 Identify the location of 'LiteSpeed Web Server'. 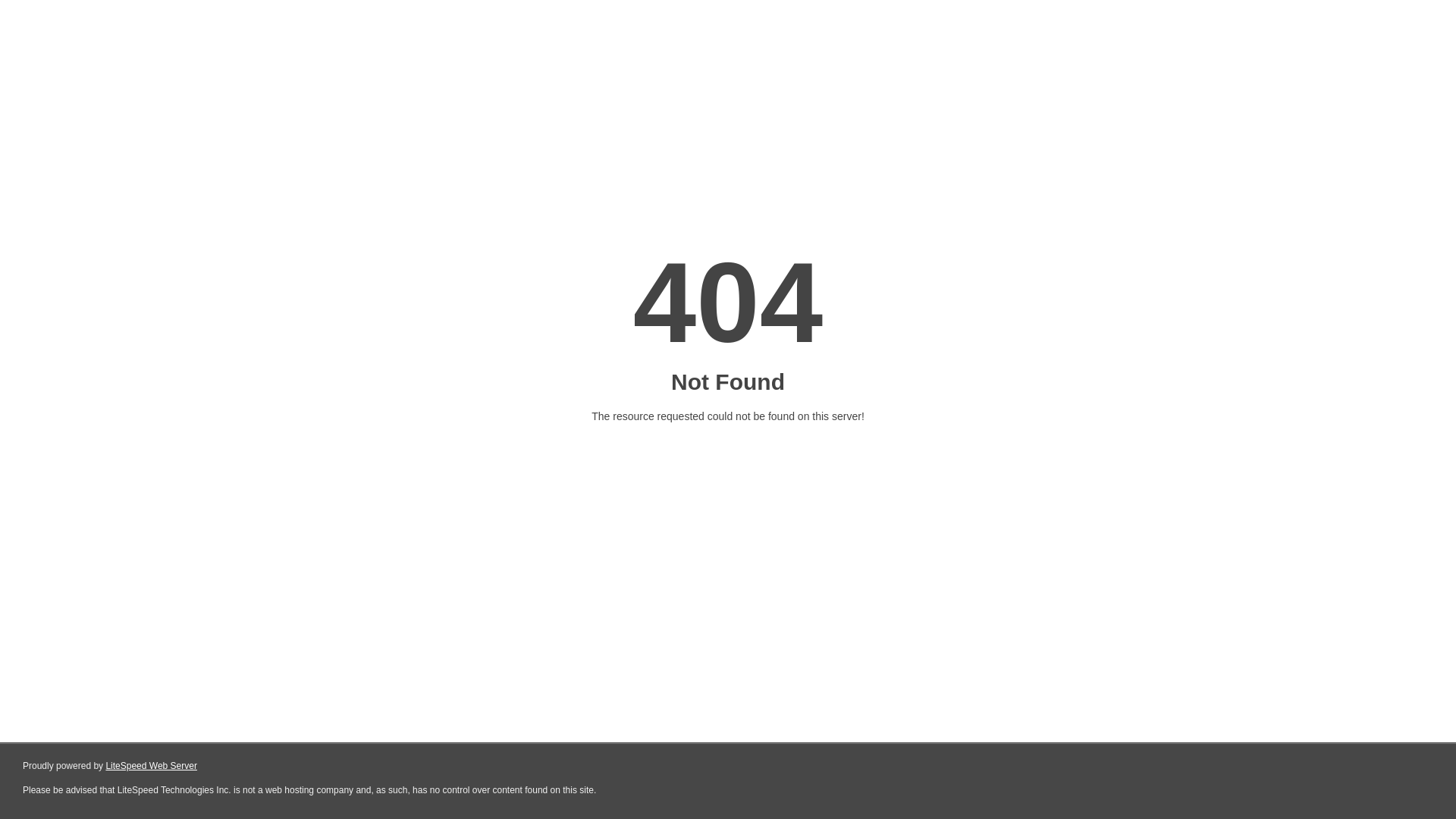
(151, 766).